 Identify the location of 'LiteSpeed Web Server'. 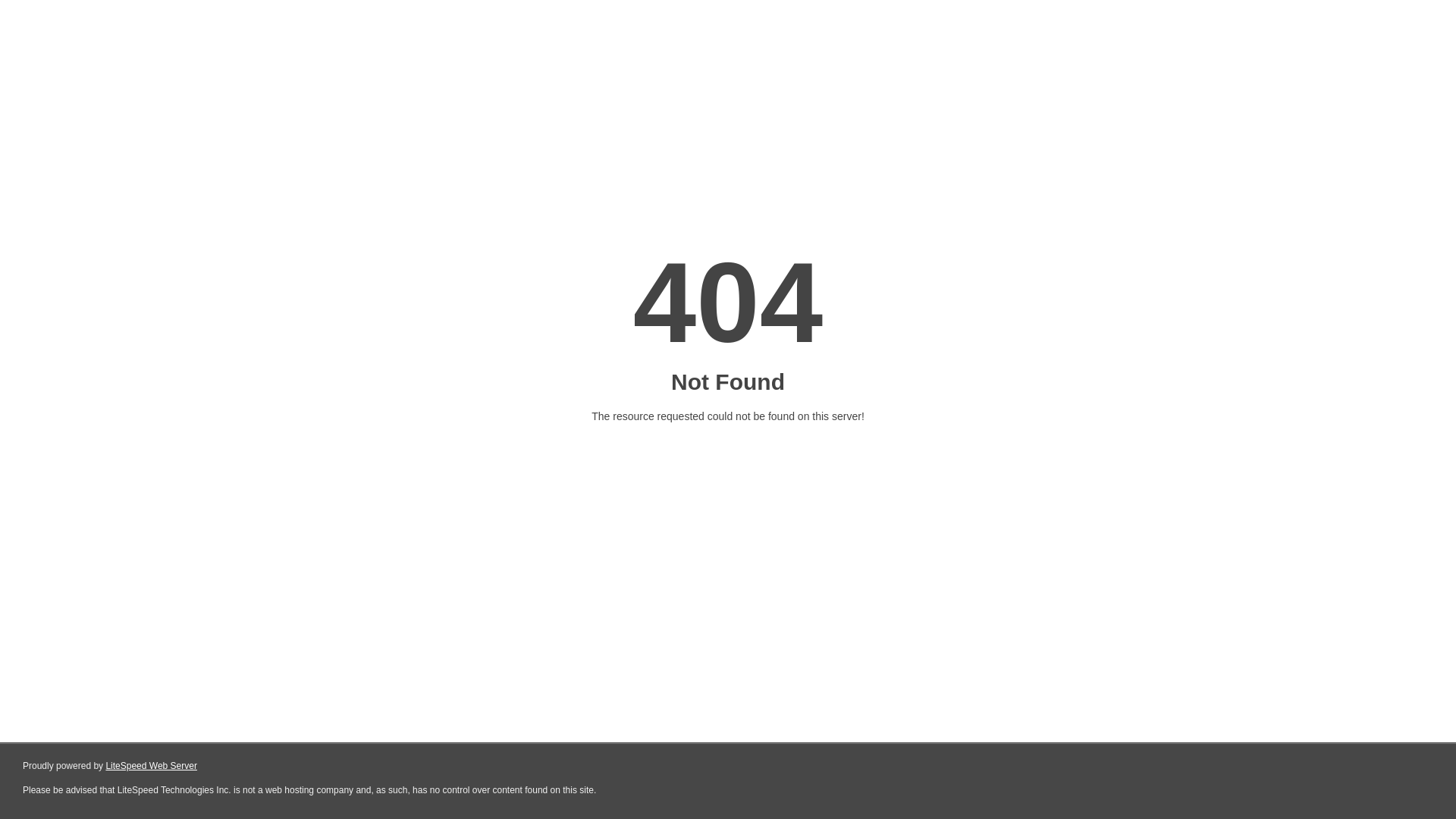
(151, 766).